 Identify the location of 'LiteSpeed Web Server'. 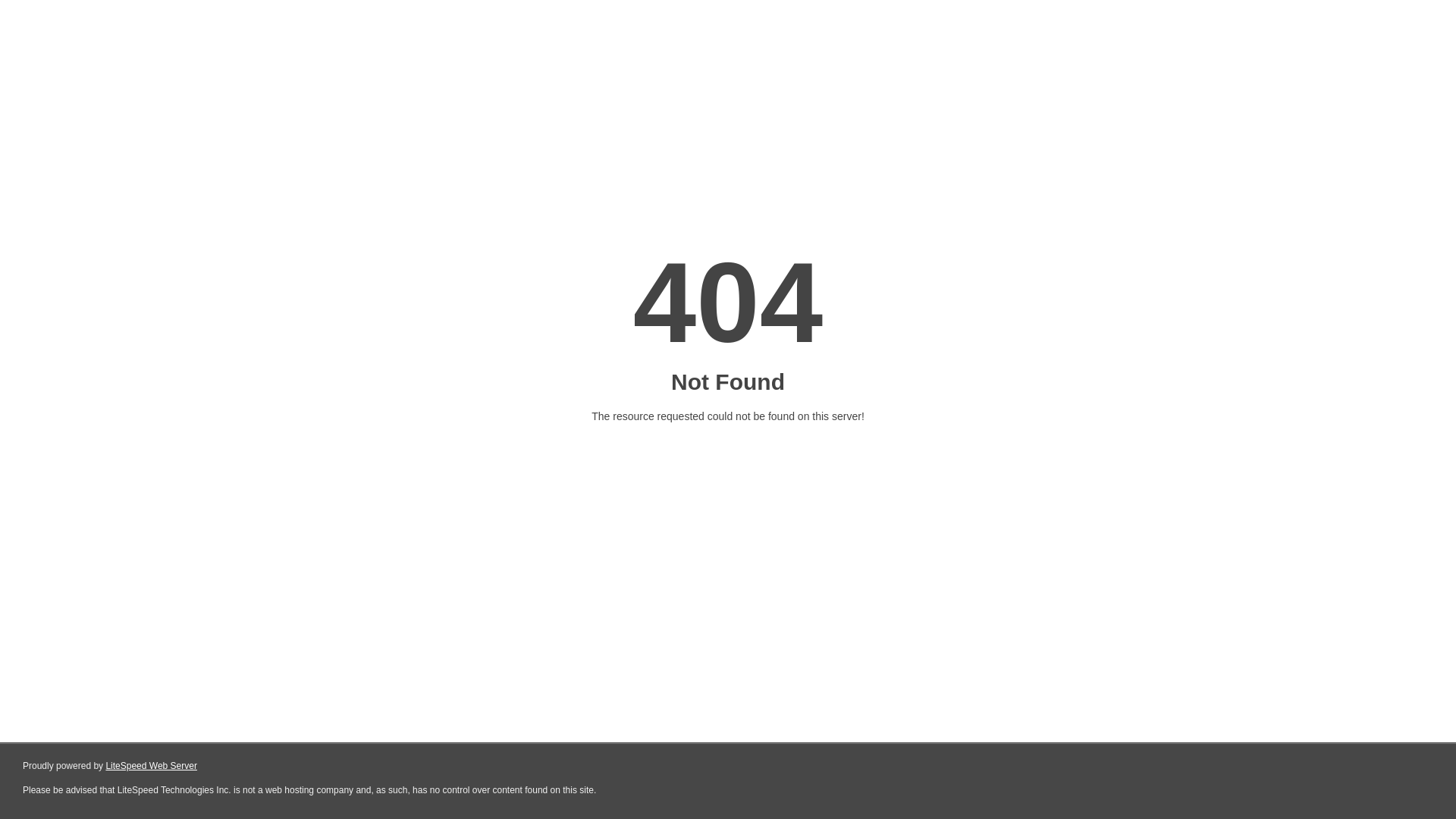
(151, 766).